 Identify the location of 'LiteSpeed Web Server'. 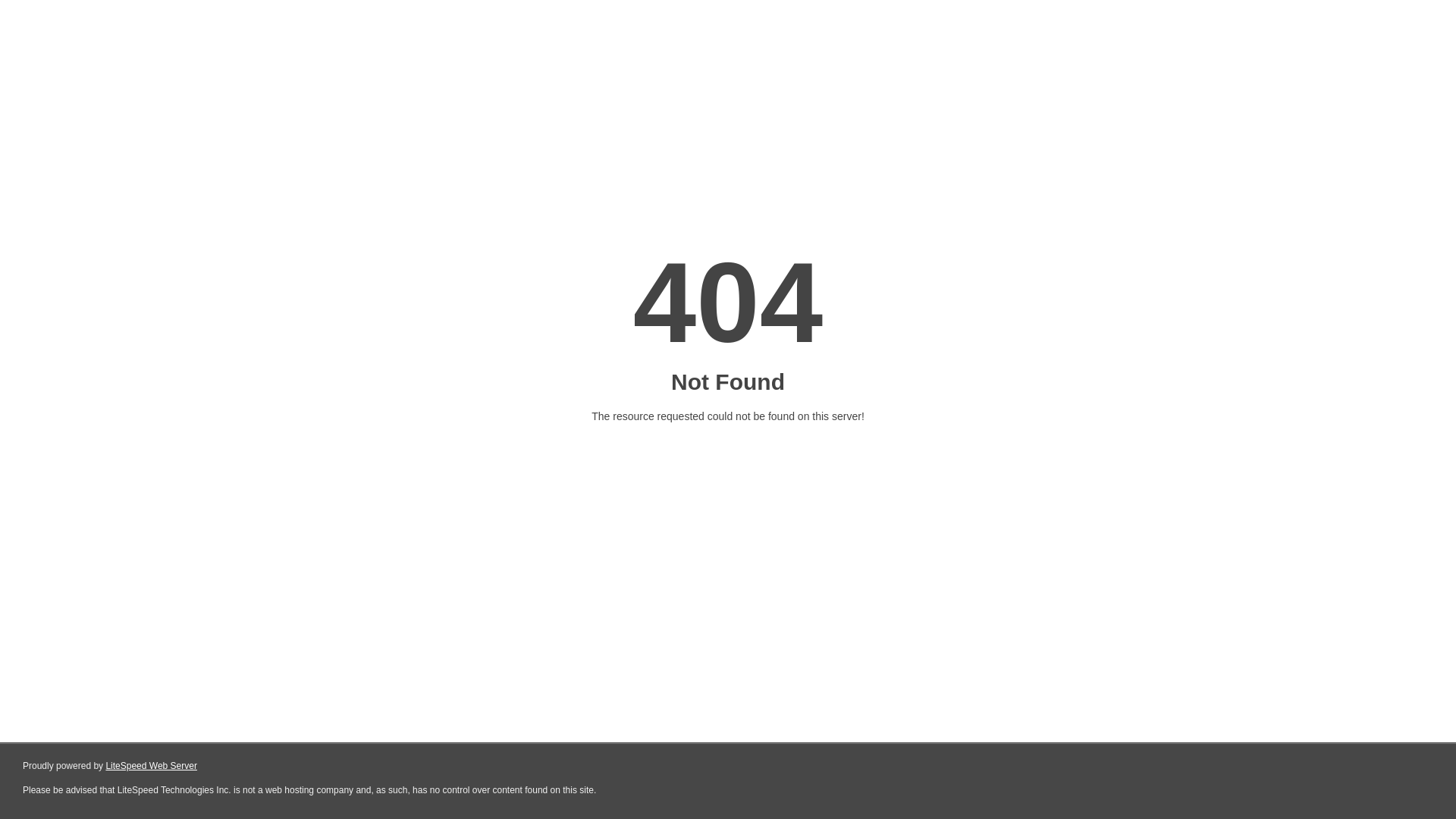
(151, 766).